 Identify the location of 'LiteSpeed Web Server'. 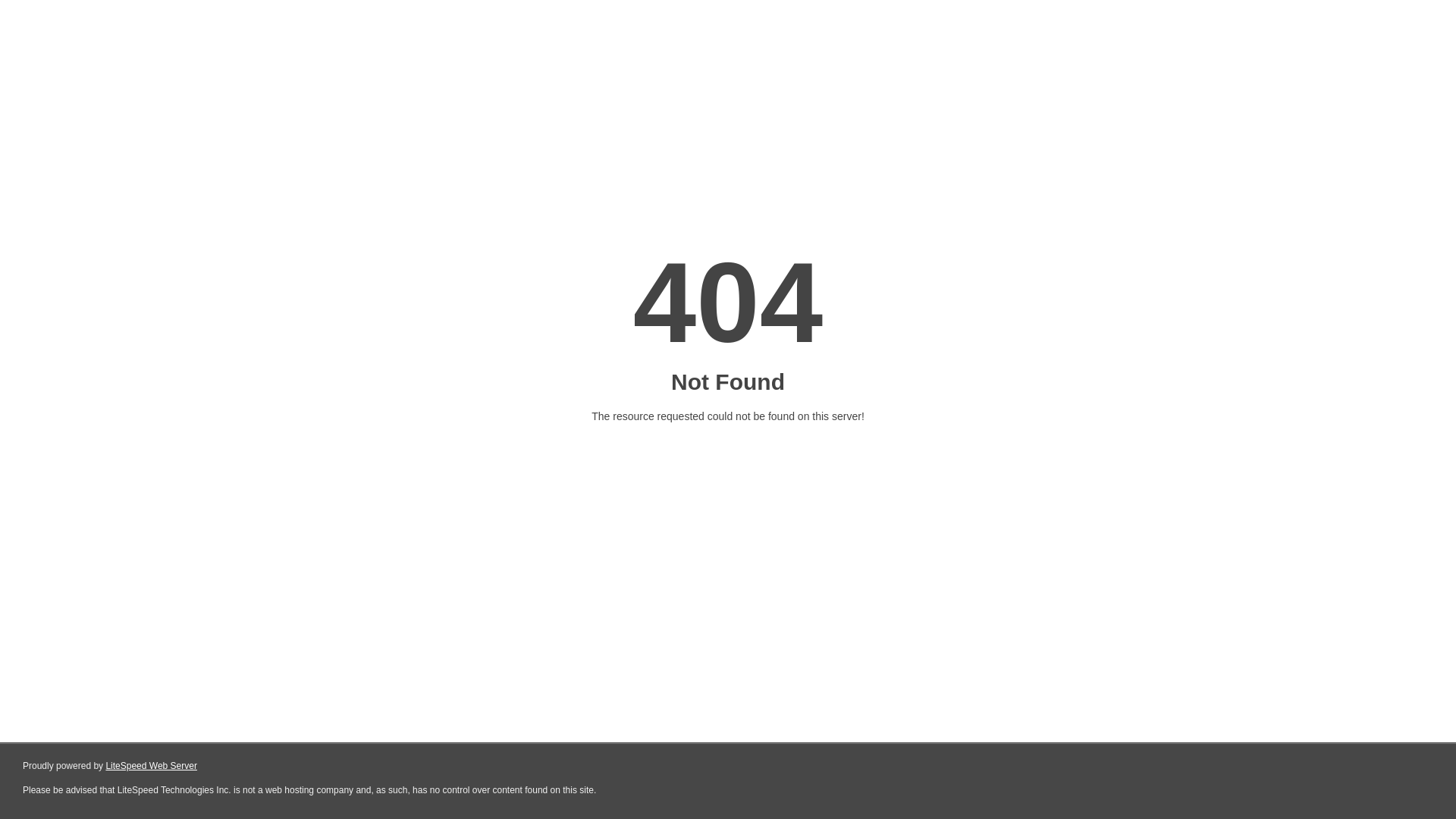
(151, 766).